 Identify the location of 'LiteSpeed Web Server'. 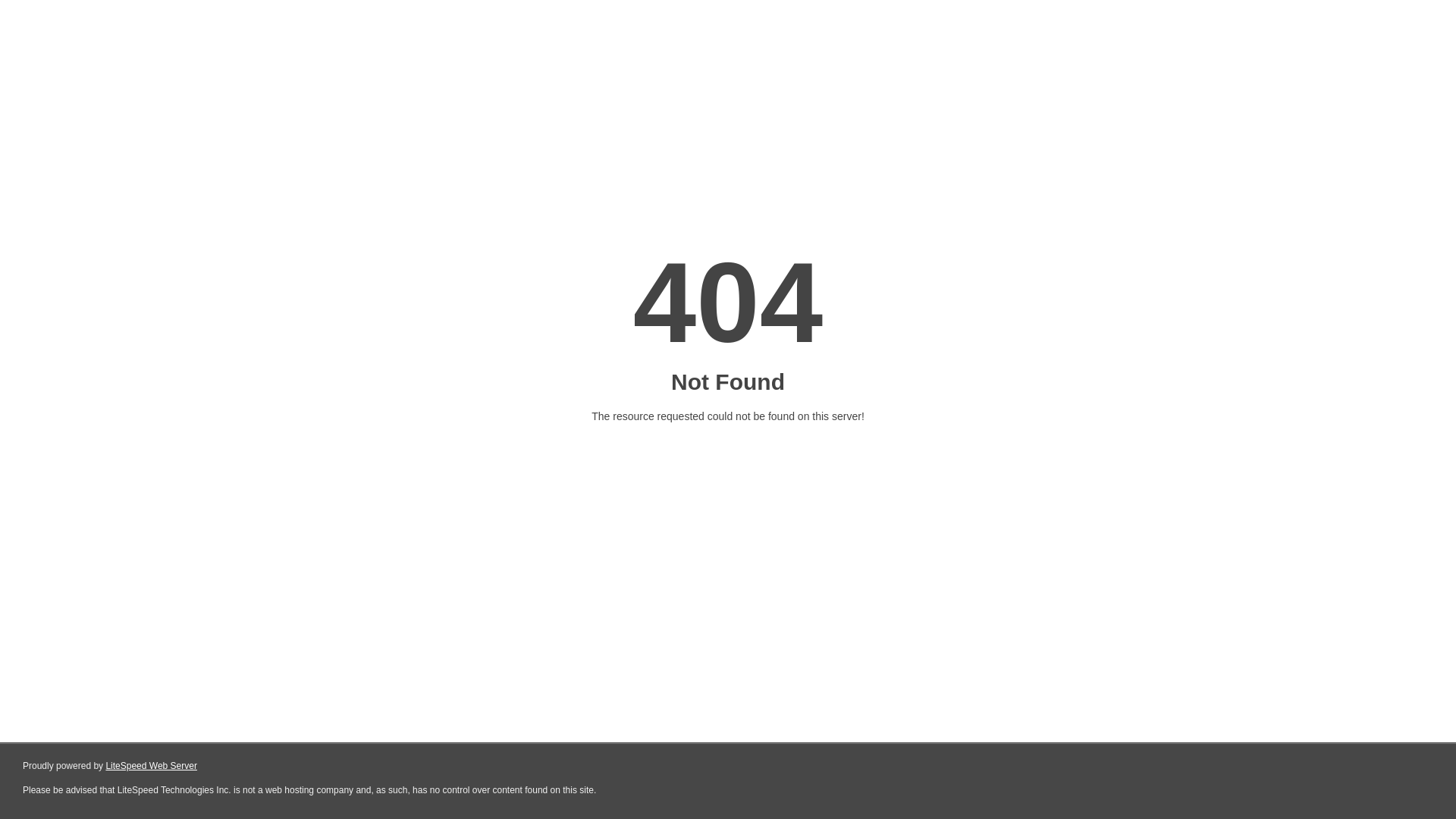
(151, 766).